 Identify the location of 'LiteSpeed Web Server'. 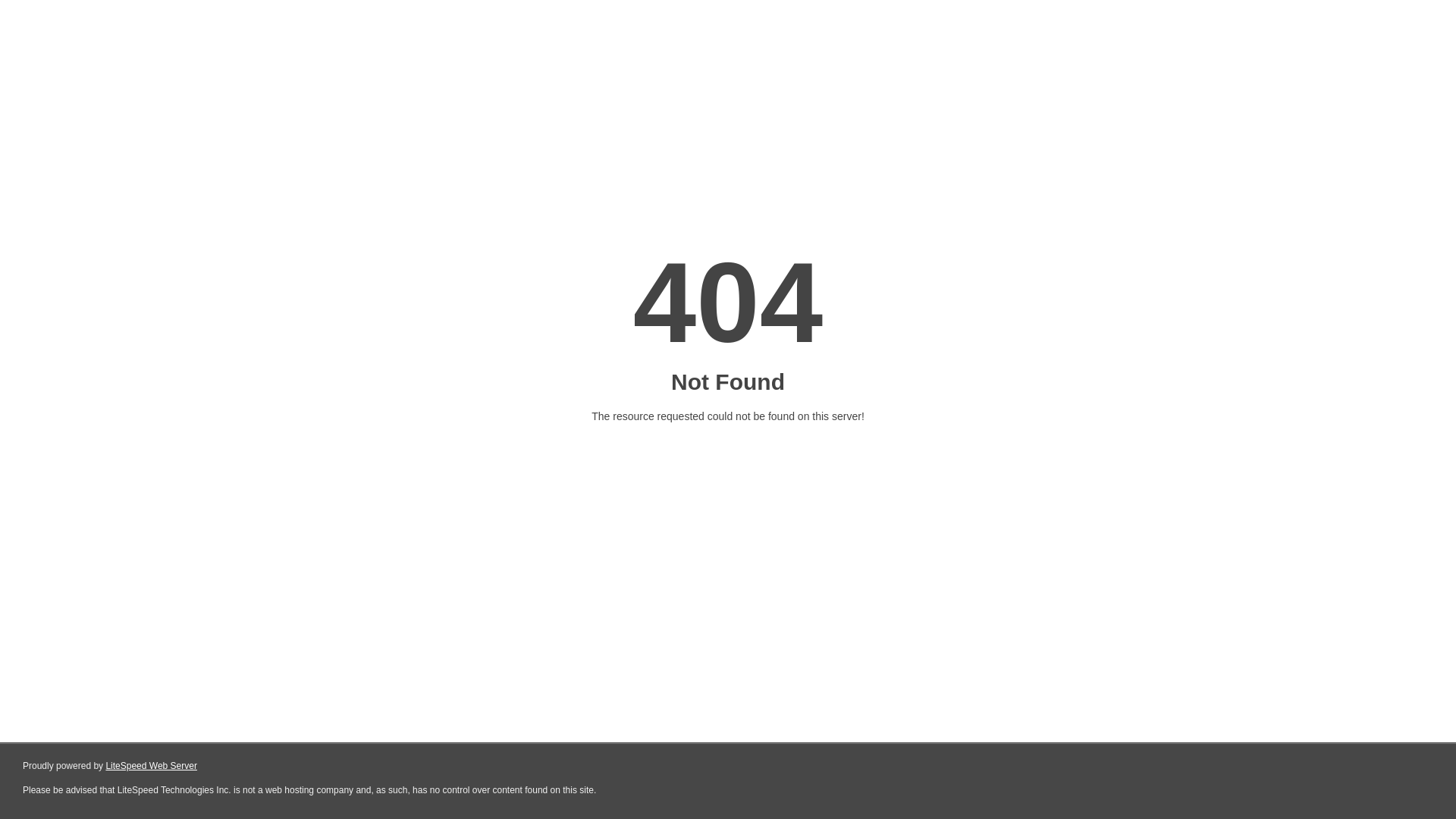
(151, 766).